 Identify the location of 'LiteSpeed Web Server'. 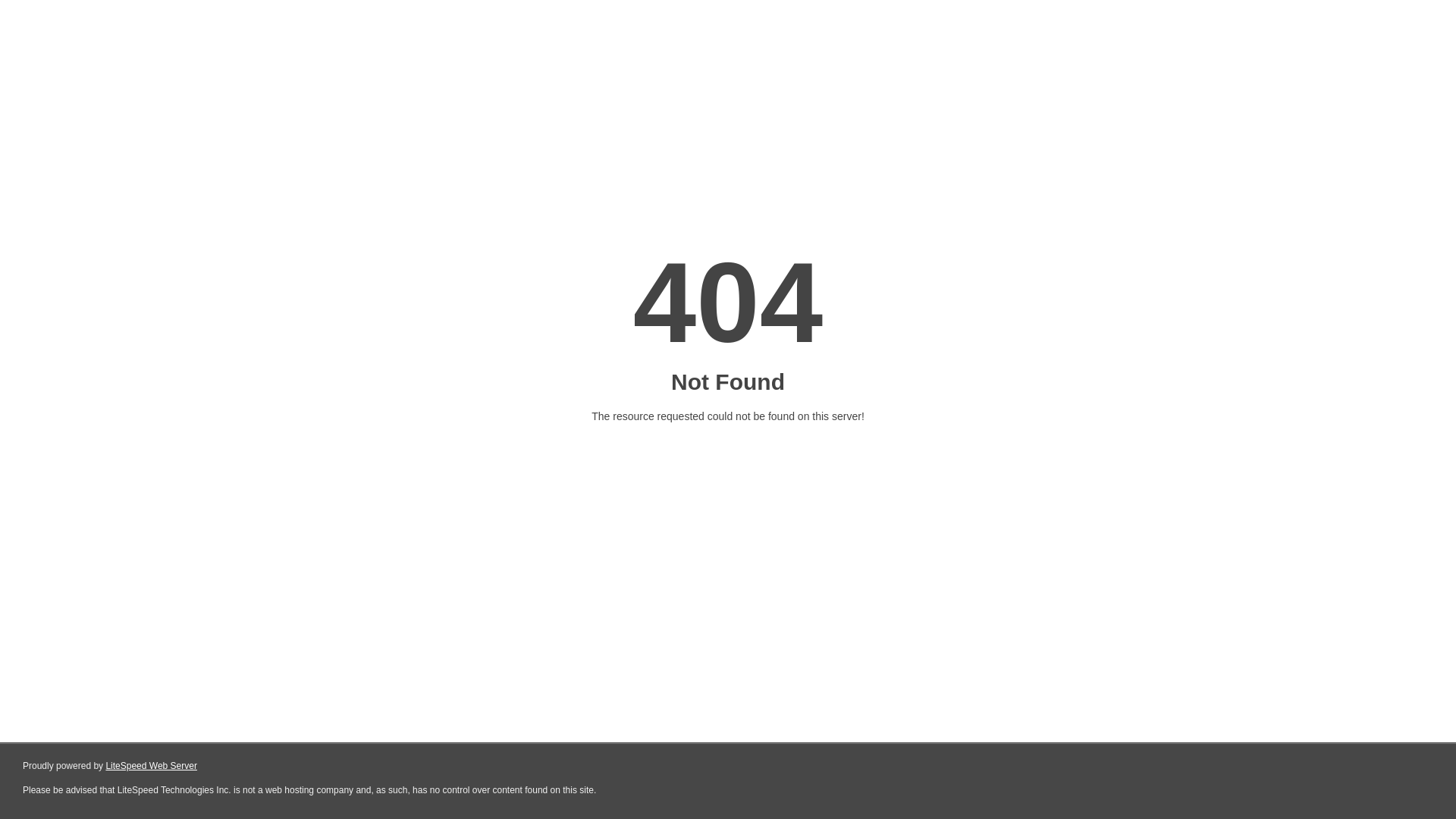
(151, 766).